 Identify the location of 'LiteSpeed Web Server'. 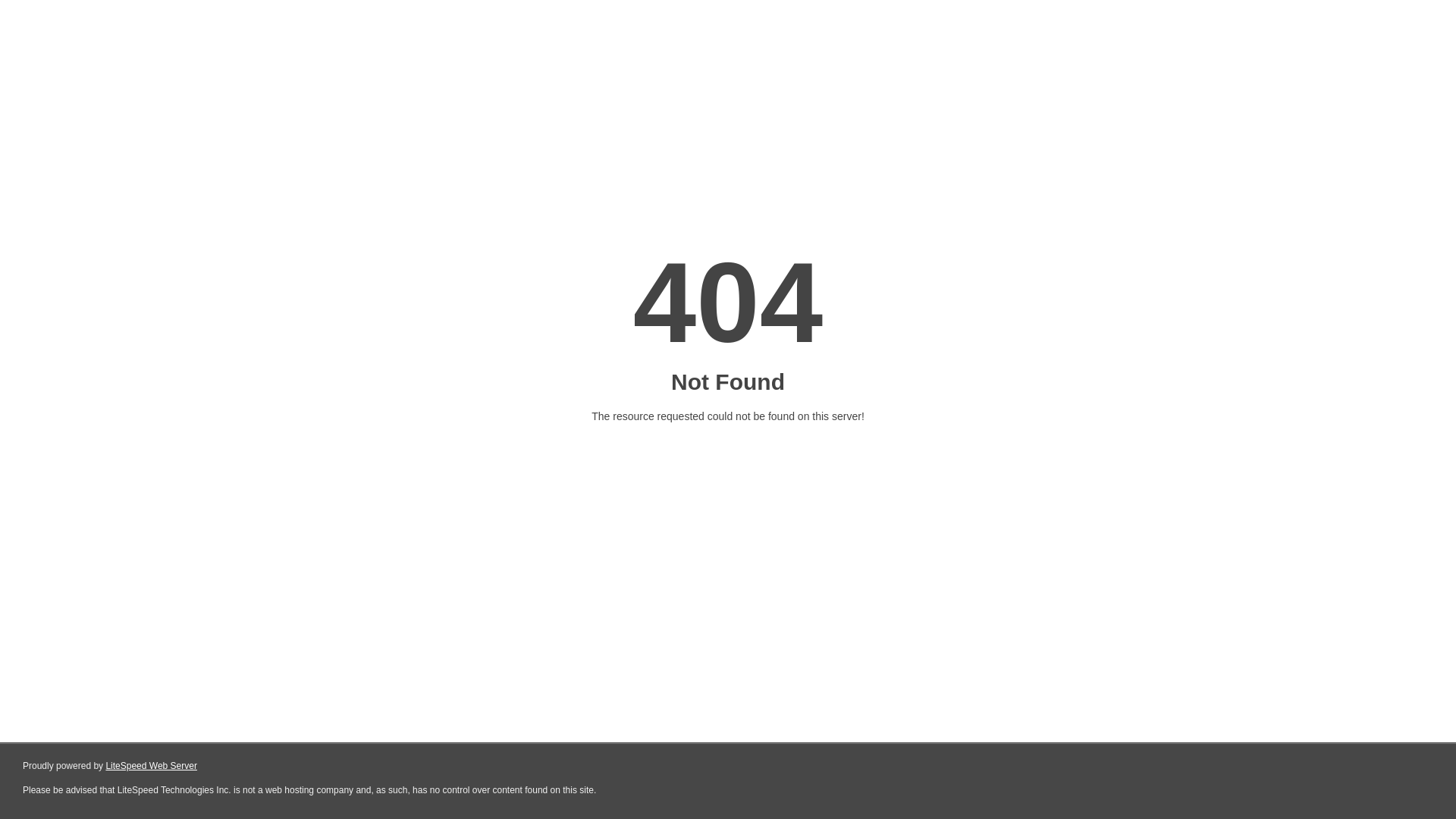
(151, 766).